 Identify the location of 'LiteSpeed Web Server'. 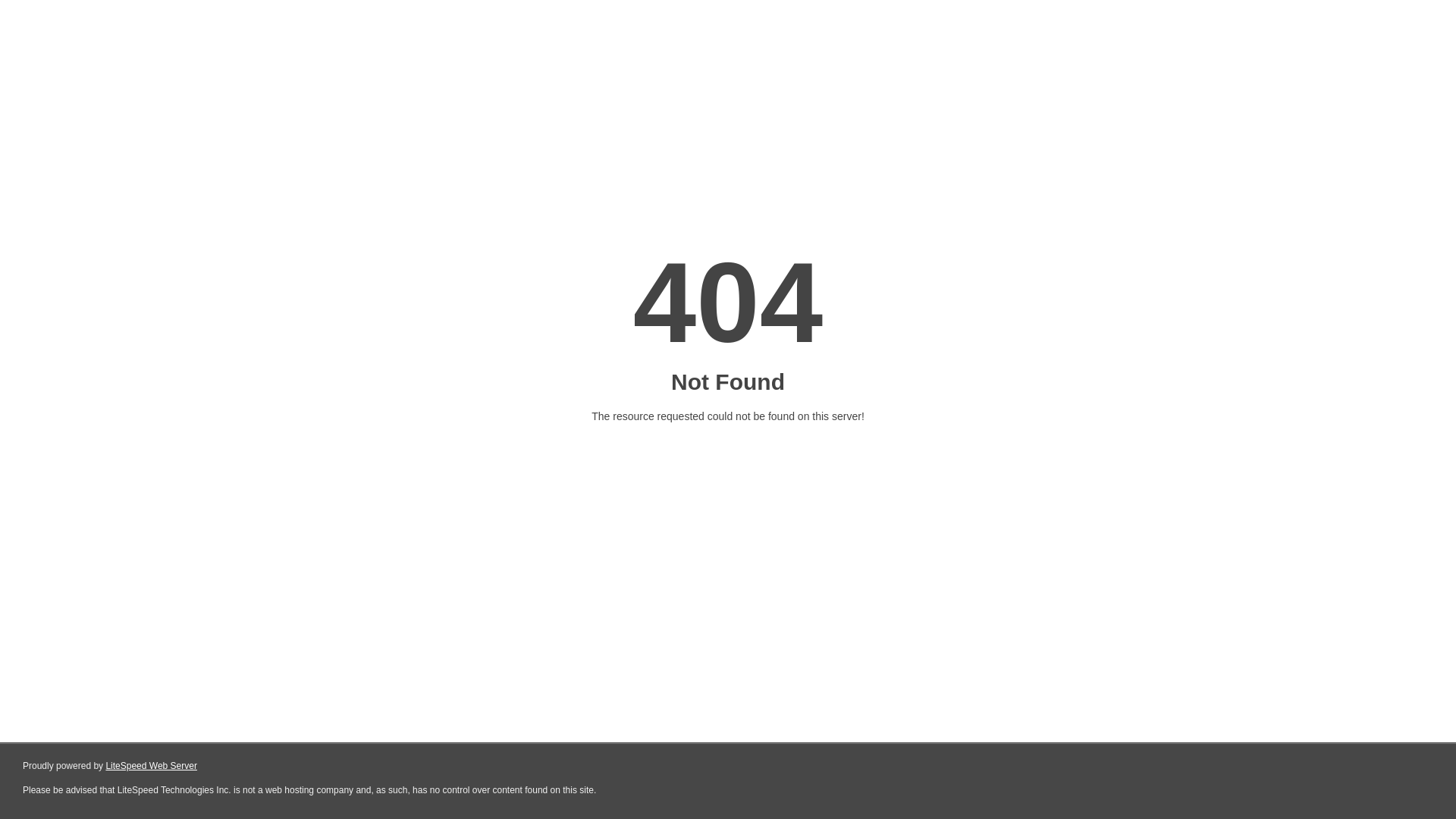
(151, 766).